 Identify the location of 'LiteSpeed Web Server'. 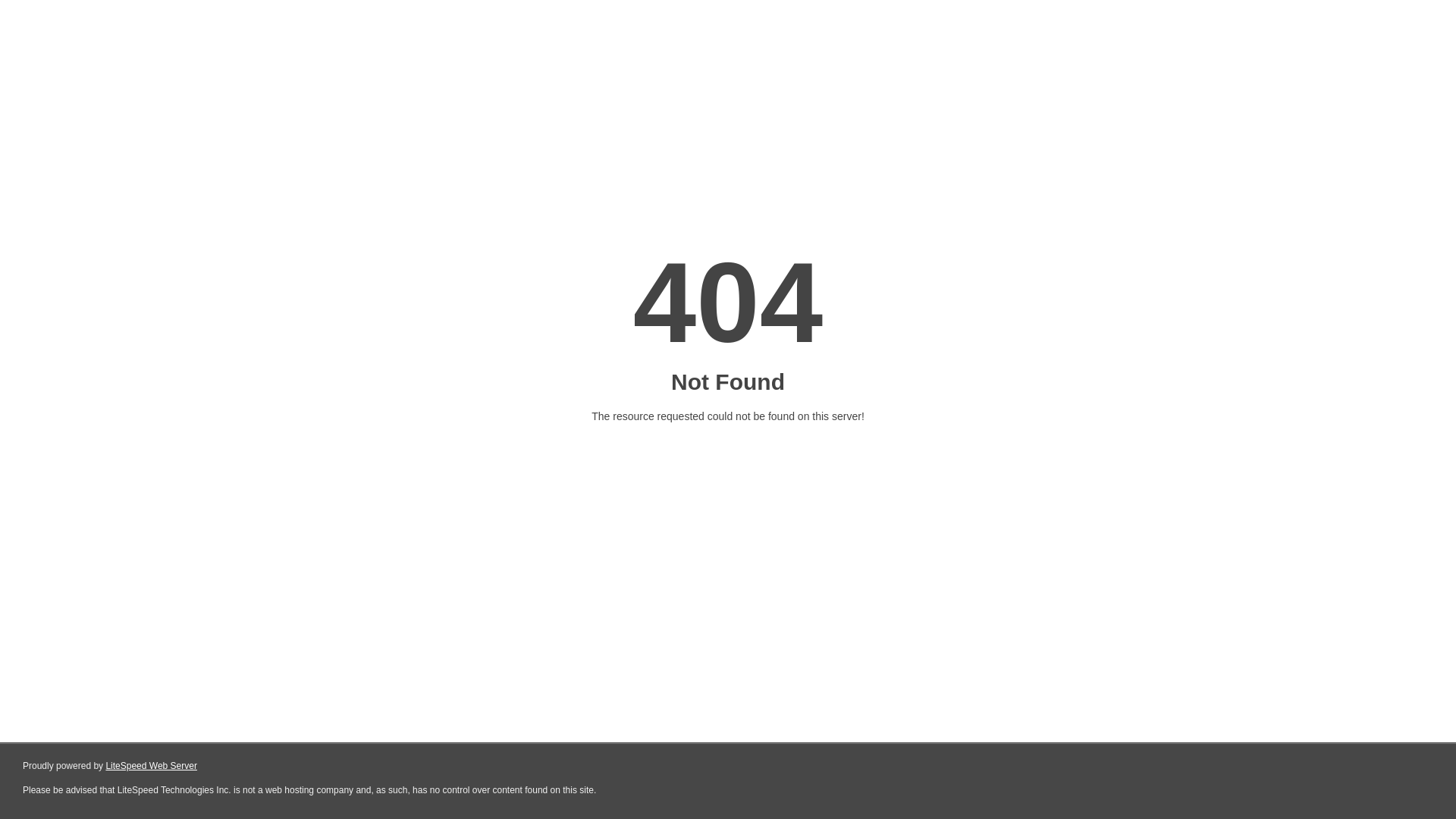
(151, 766).